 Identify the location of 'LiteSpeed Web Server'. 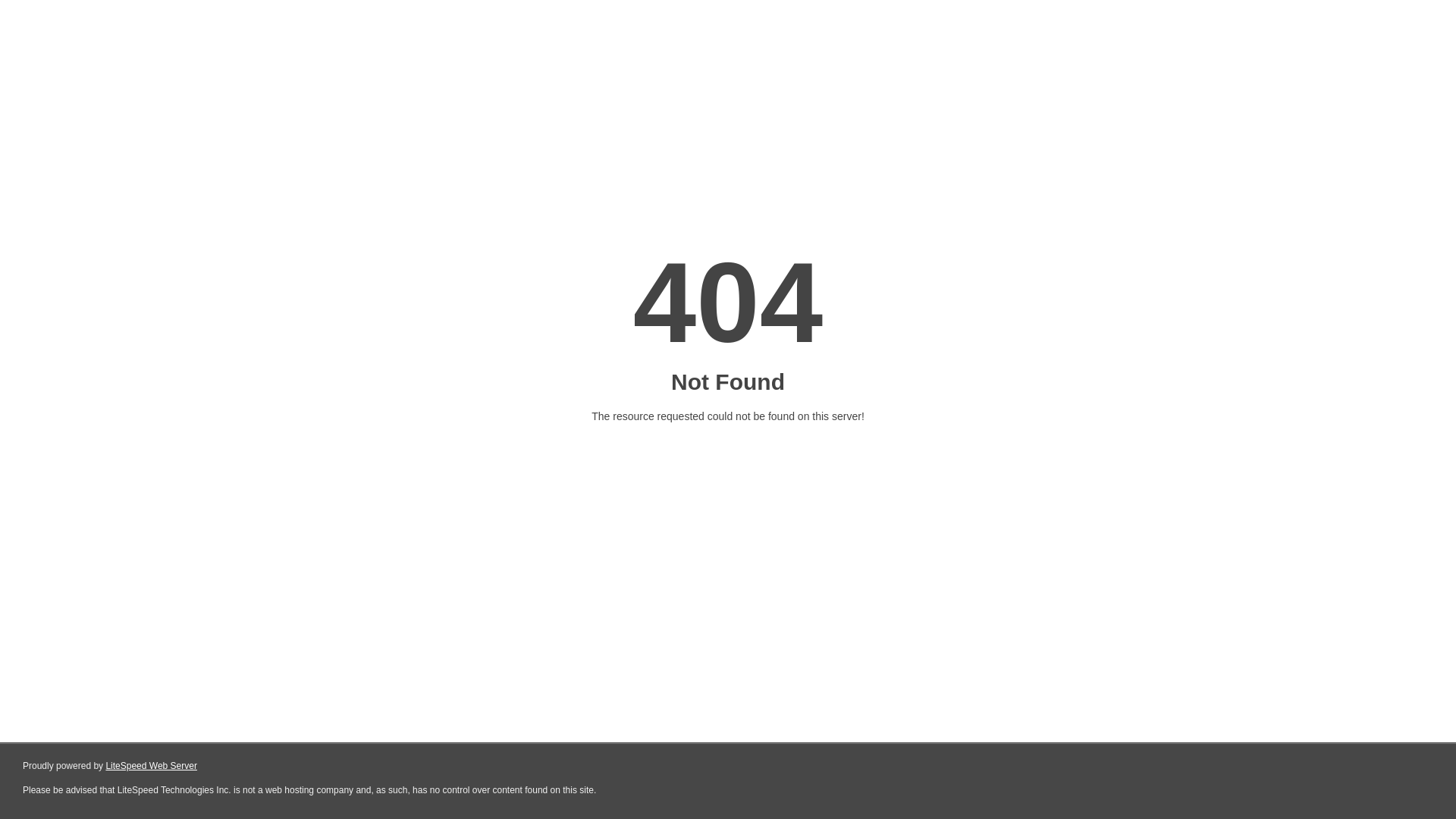
(151, 766).